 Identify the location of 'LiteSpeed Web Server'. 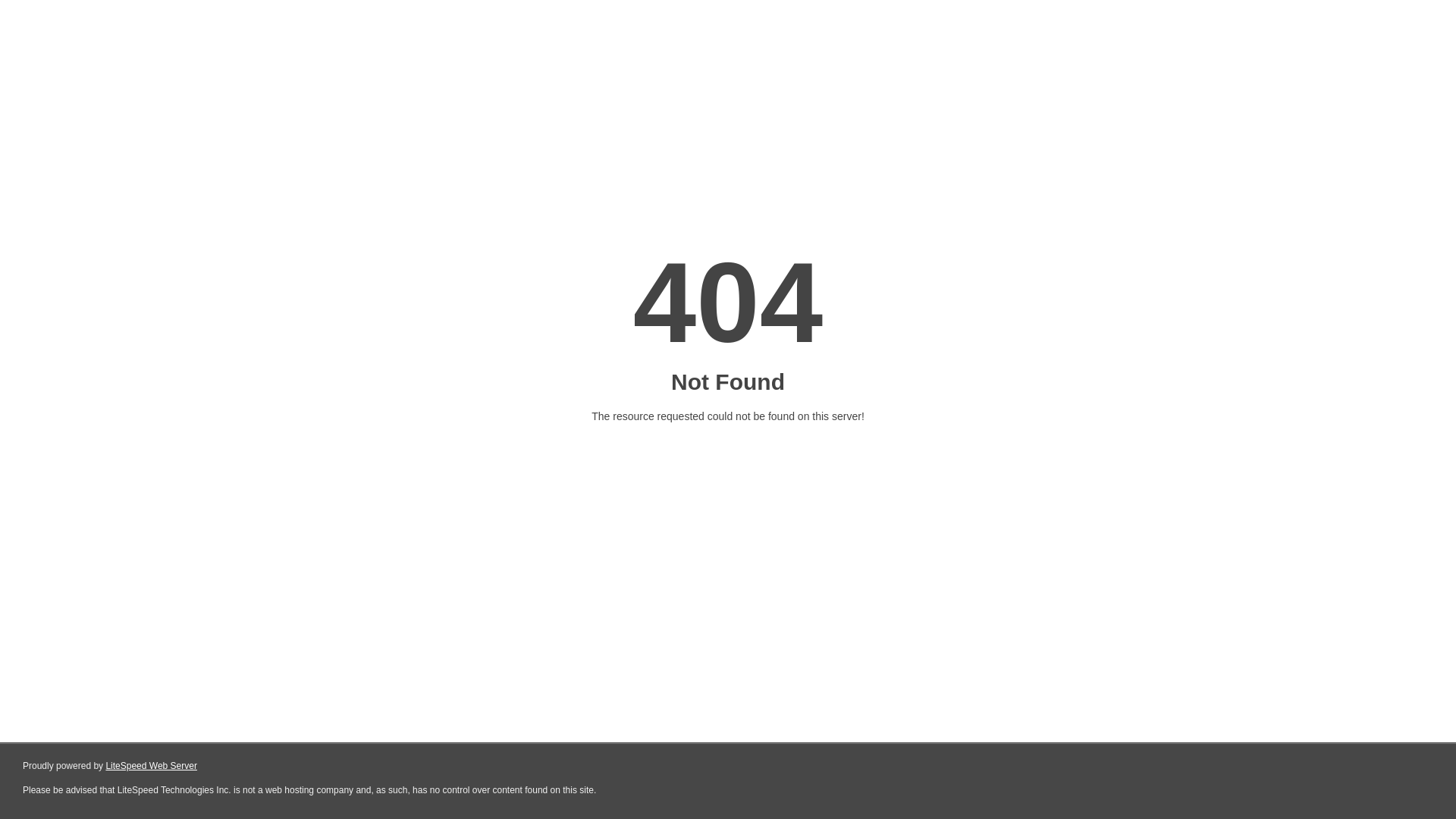
(151, 766).